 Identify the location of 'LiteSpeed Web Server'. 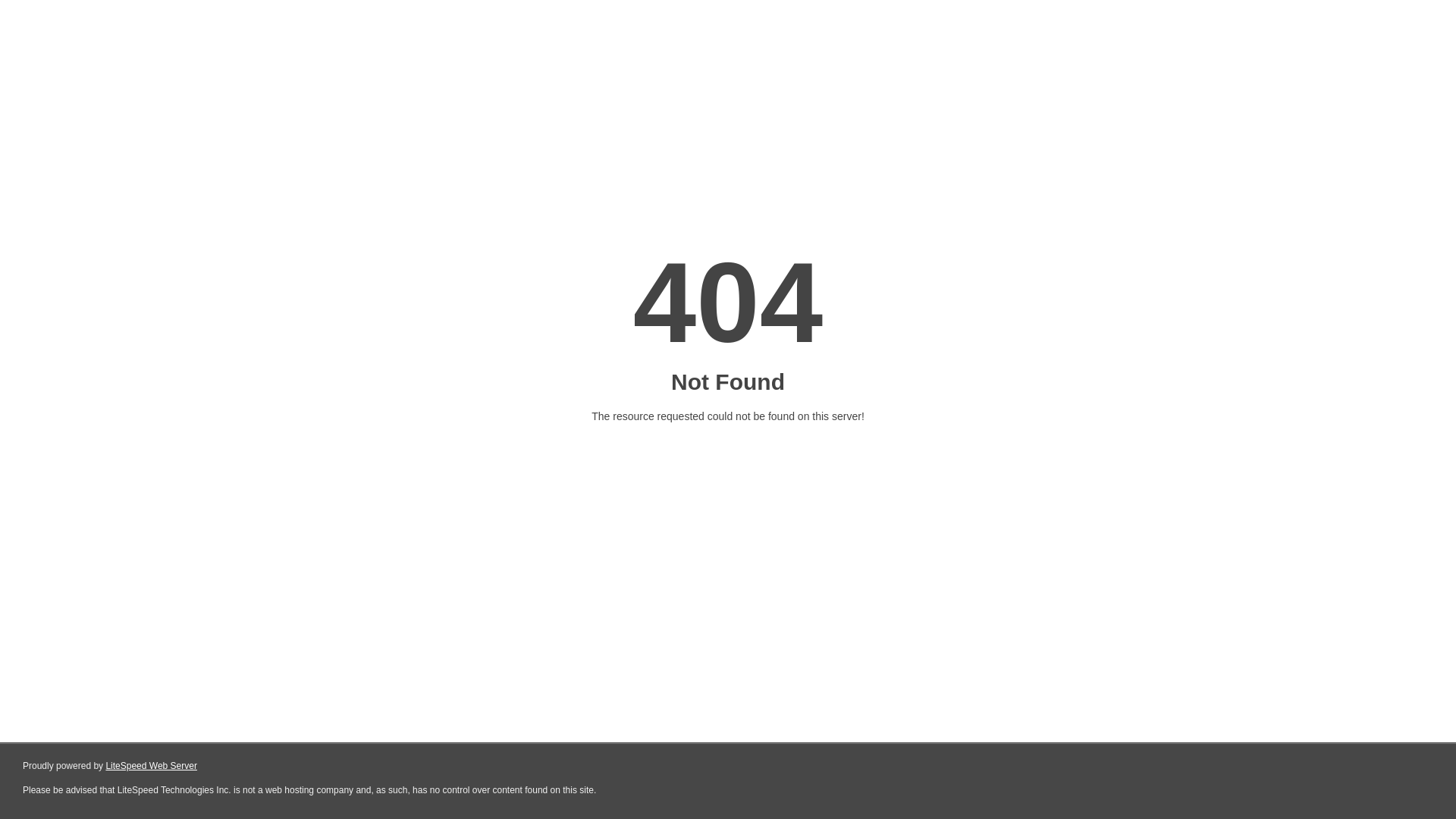
(151, 766).